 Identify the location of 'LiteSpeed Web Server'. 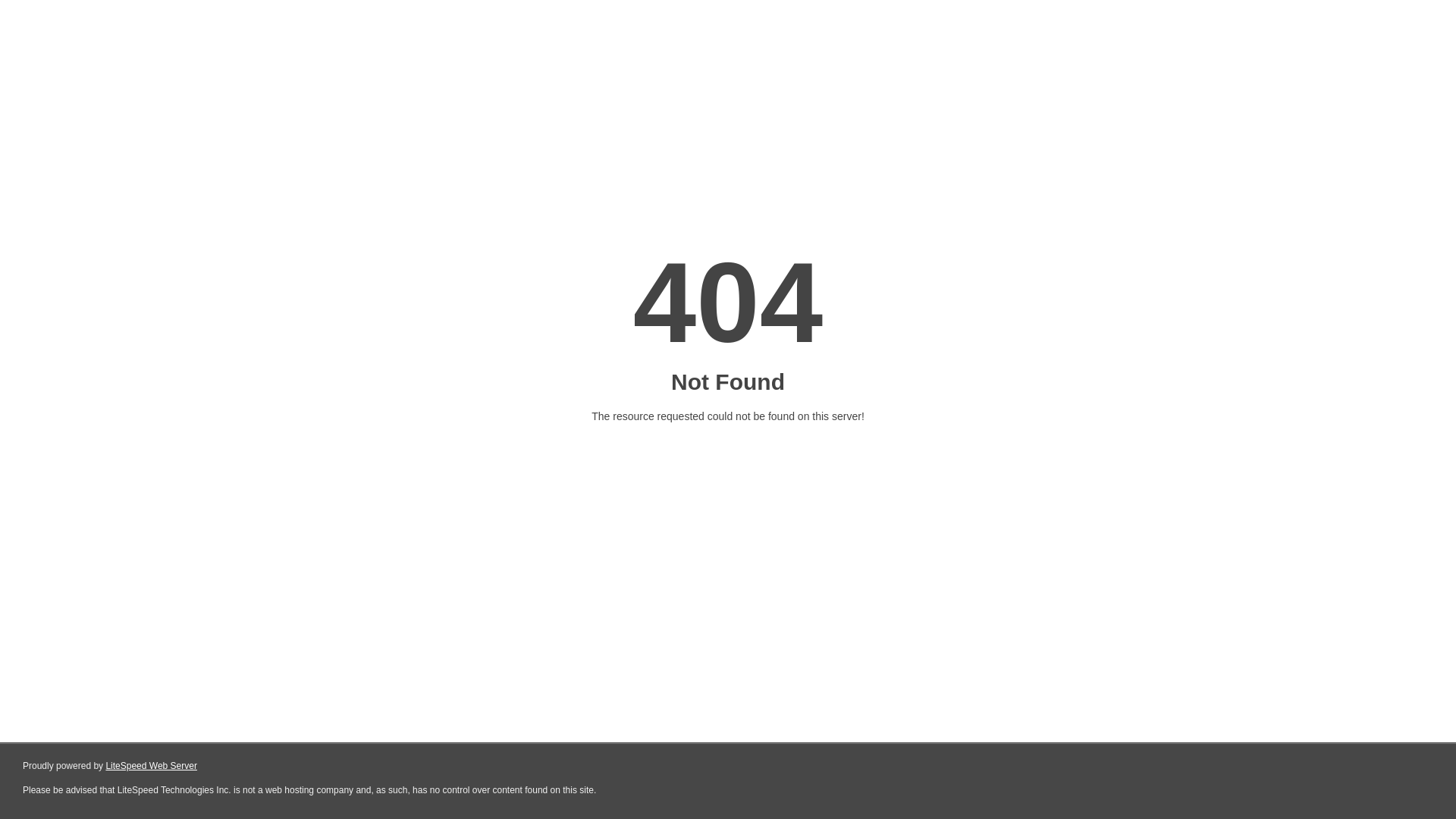
(151, 766).